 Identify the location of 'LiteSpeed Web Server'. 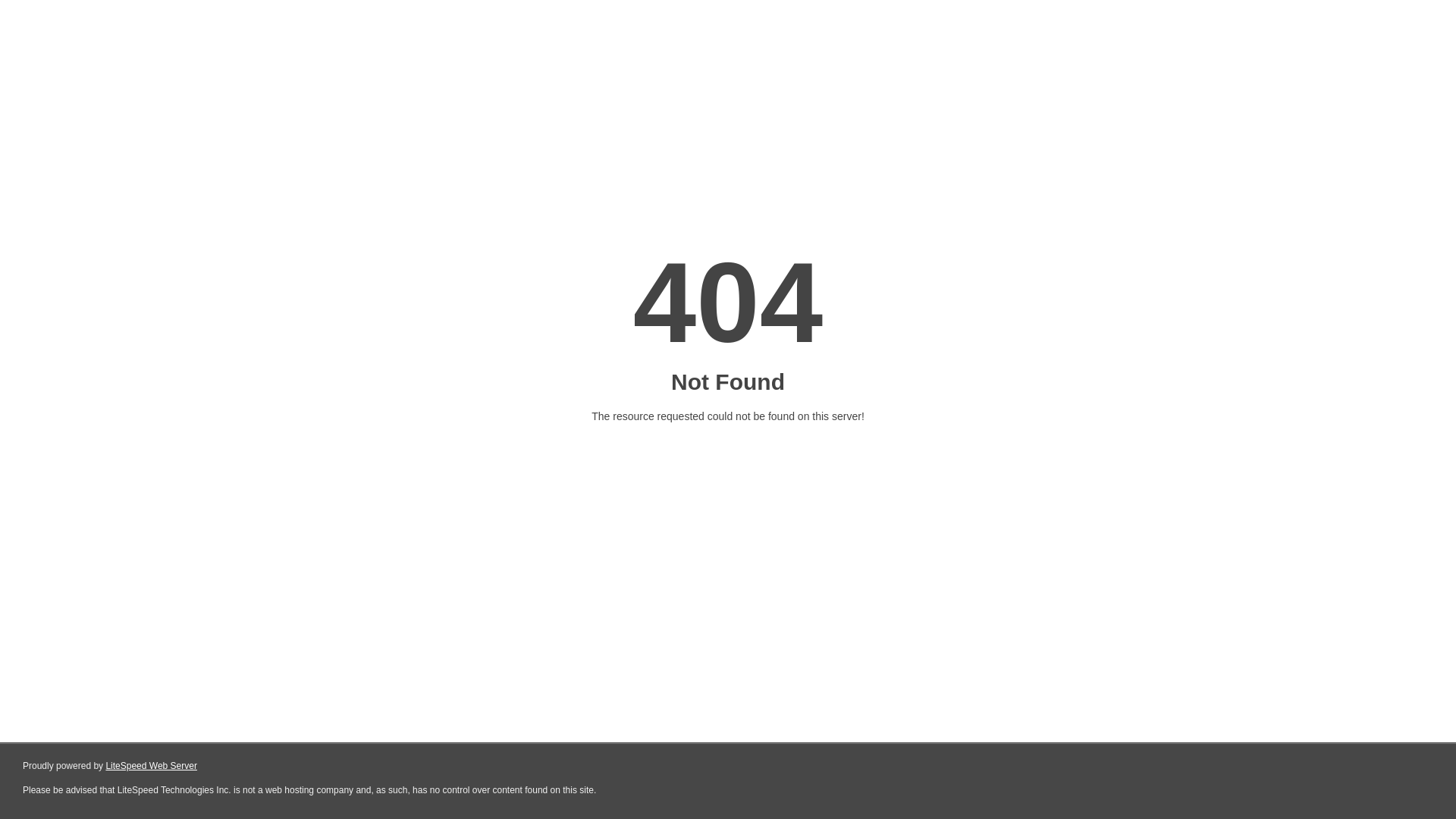
(151, 766).